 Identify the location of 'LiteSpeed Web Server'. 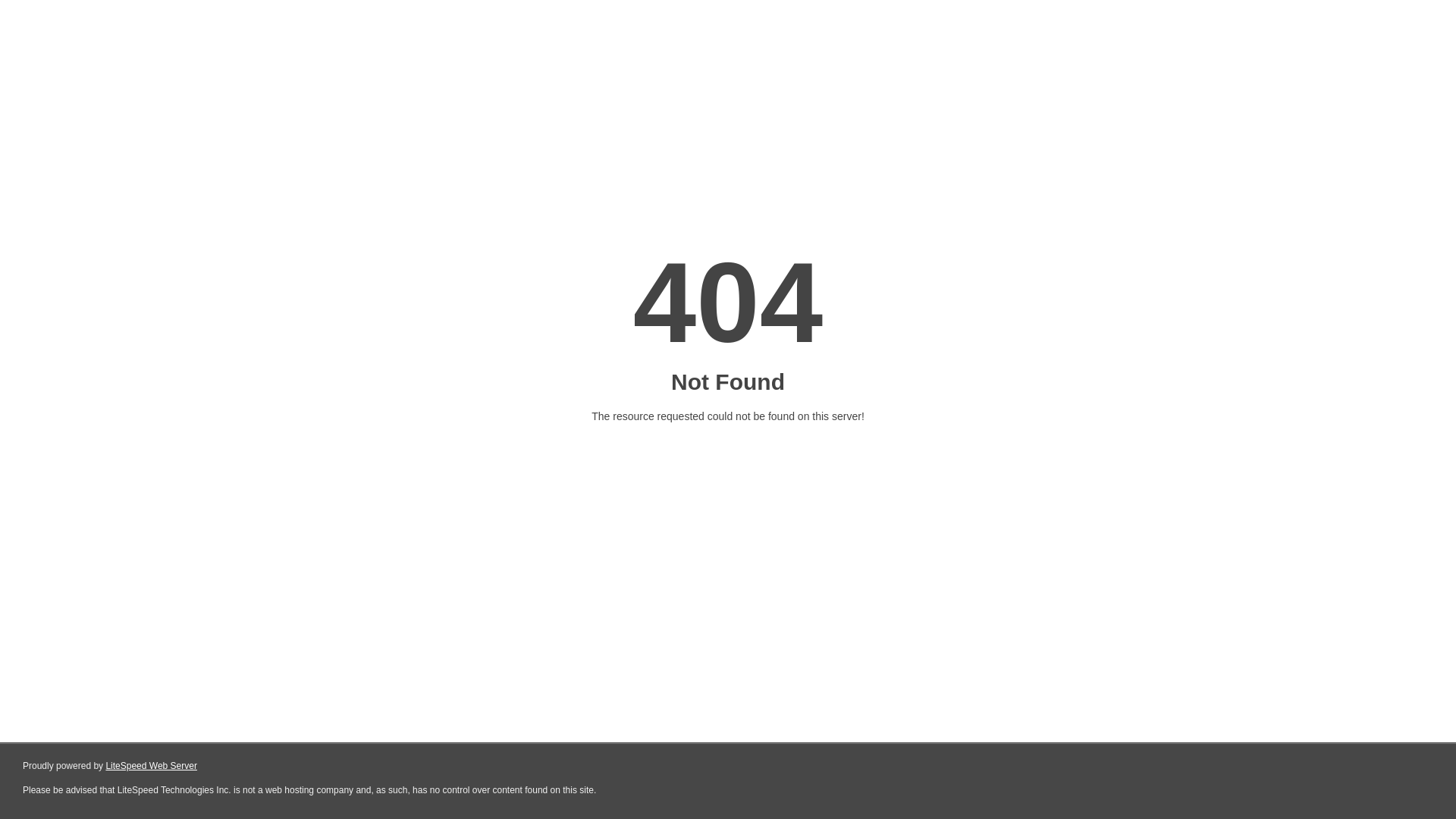
(151, 766).